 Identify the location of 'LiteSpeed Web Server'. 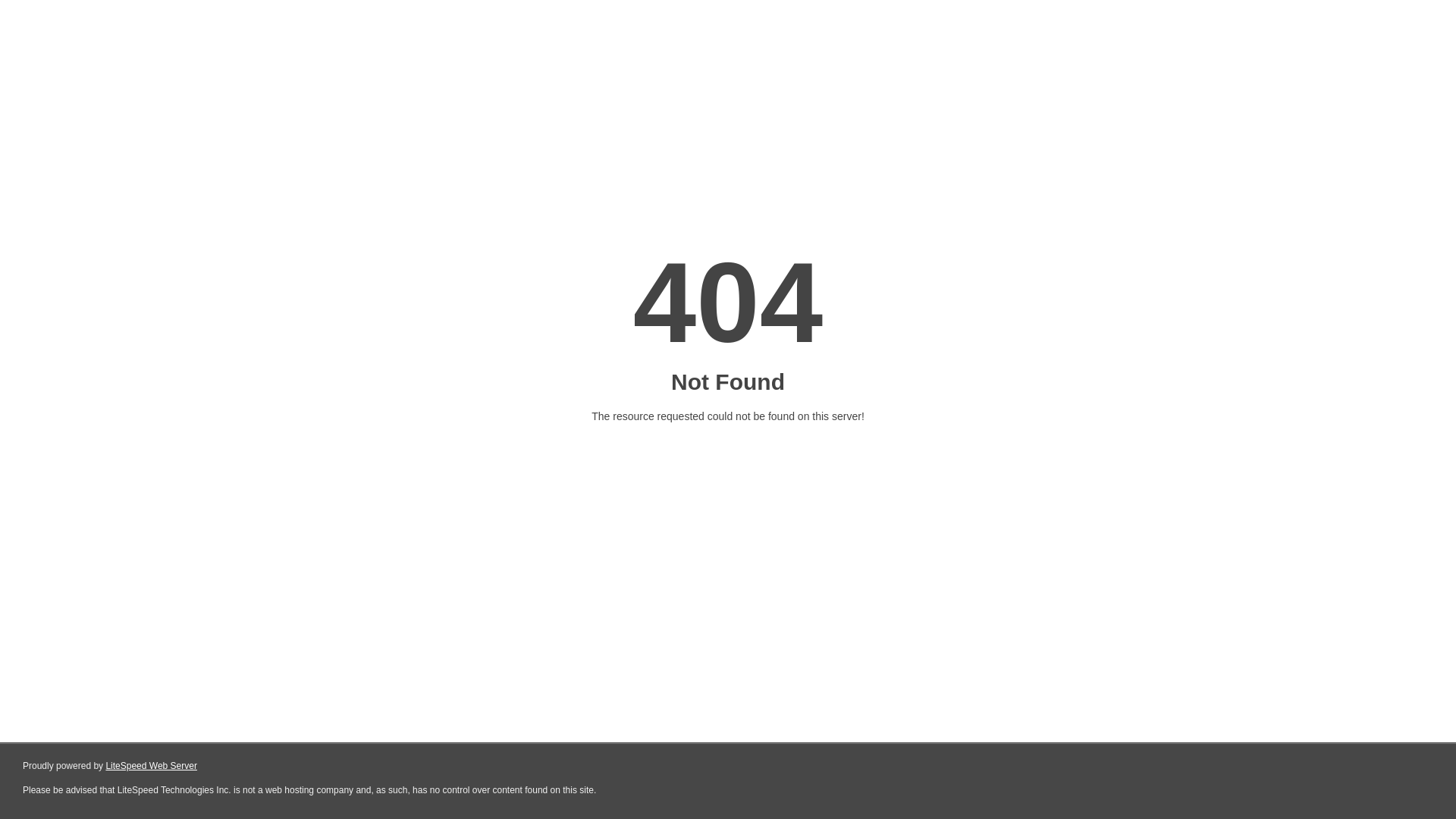
(151, 766).